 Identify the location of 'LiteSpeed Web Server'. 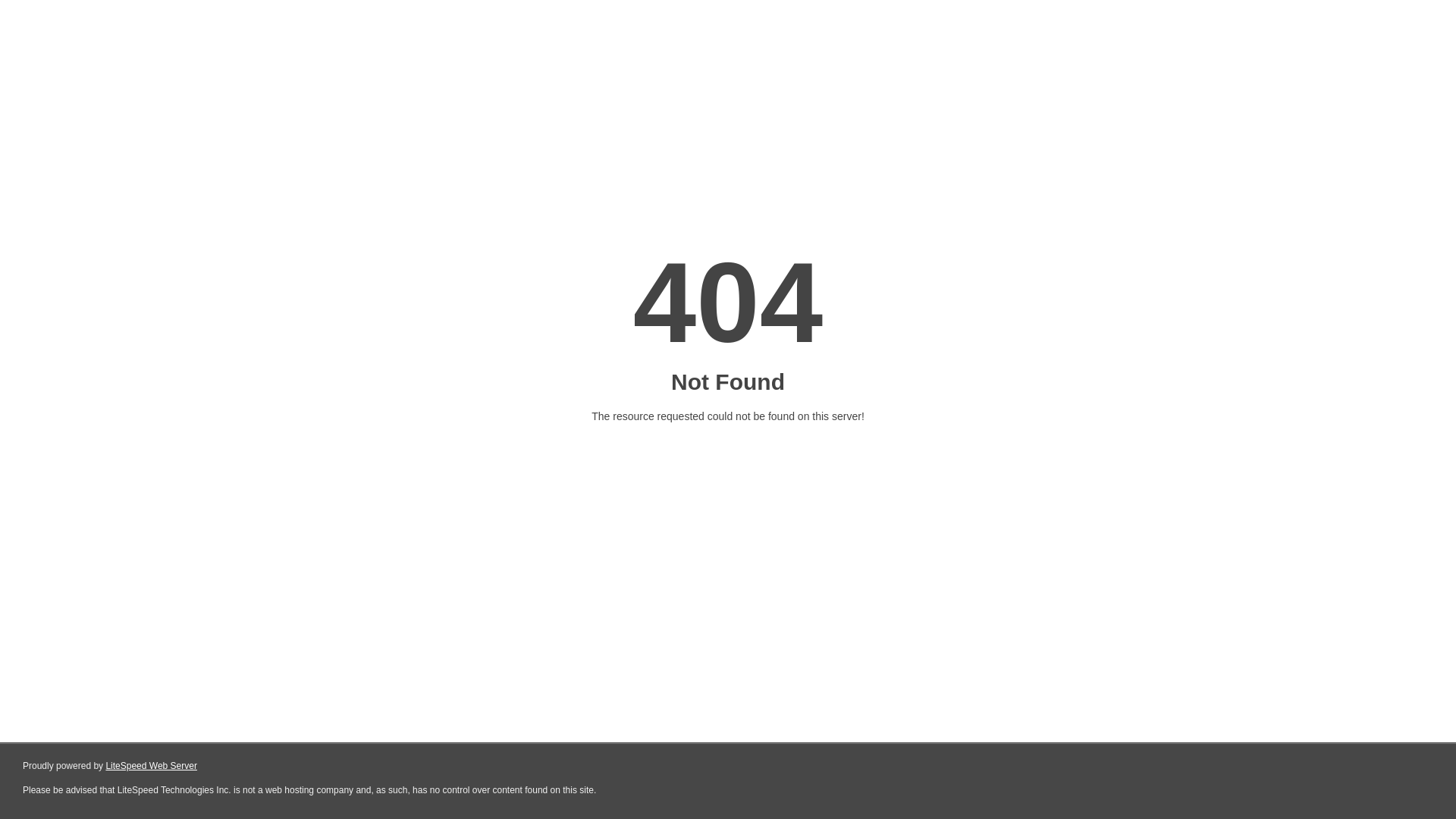
(151, 766).